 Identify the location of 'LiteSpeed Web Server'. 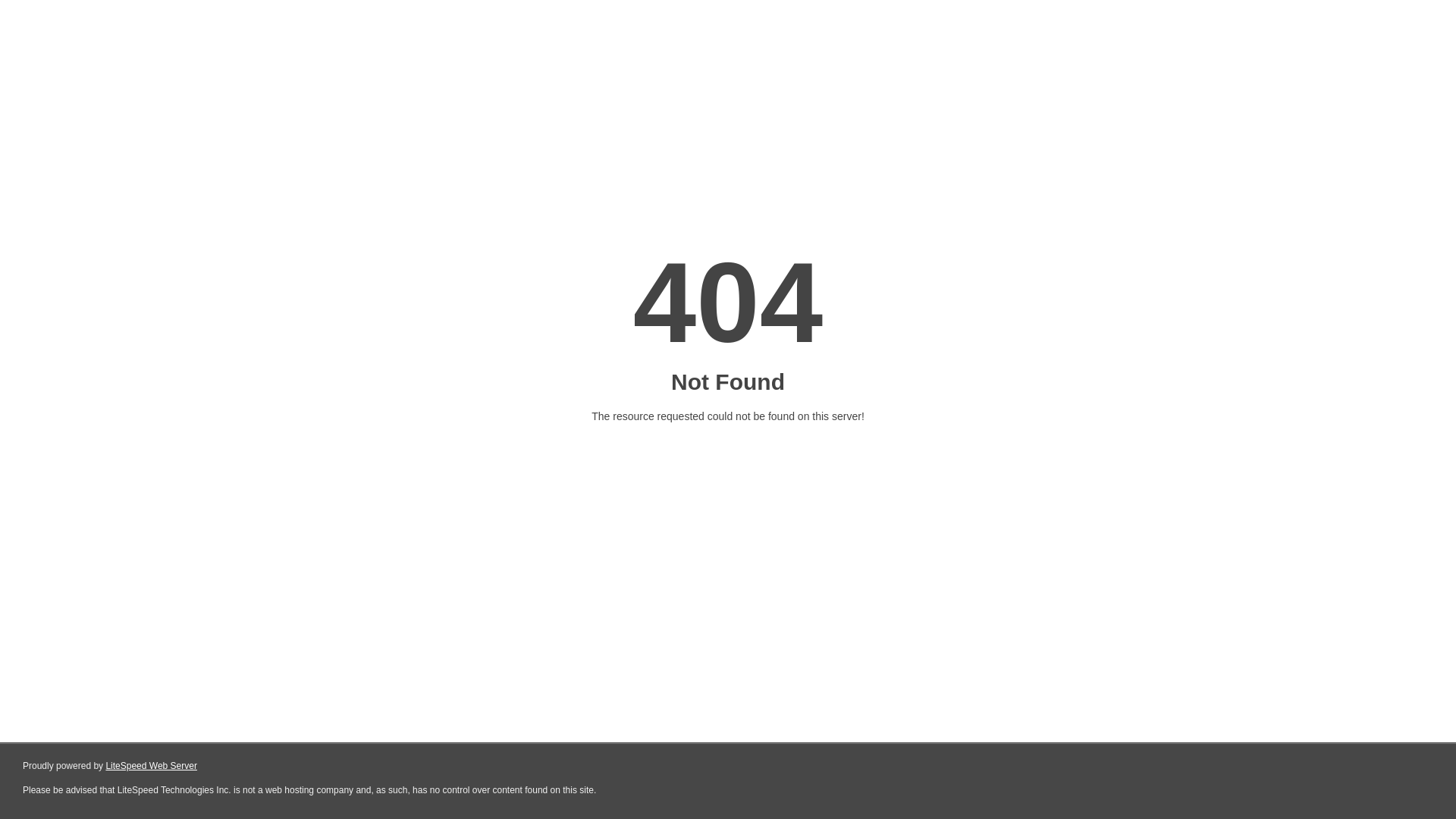
(151, 766).